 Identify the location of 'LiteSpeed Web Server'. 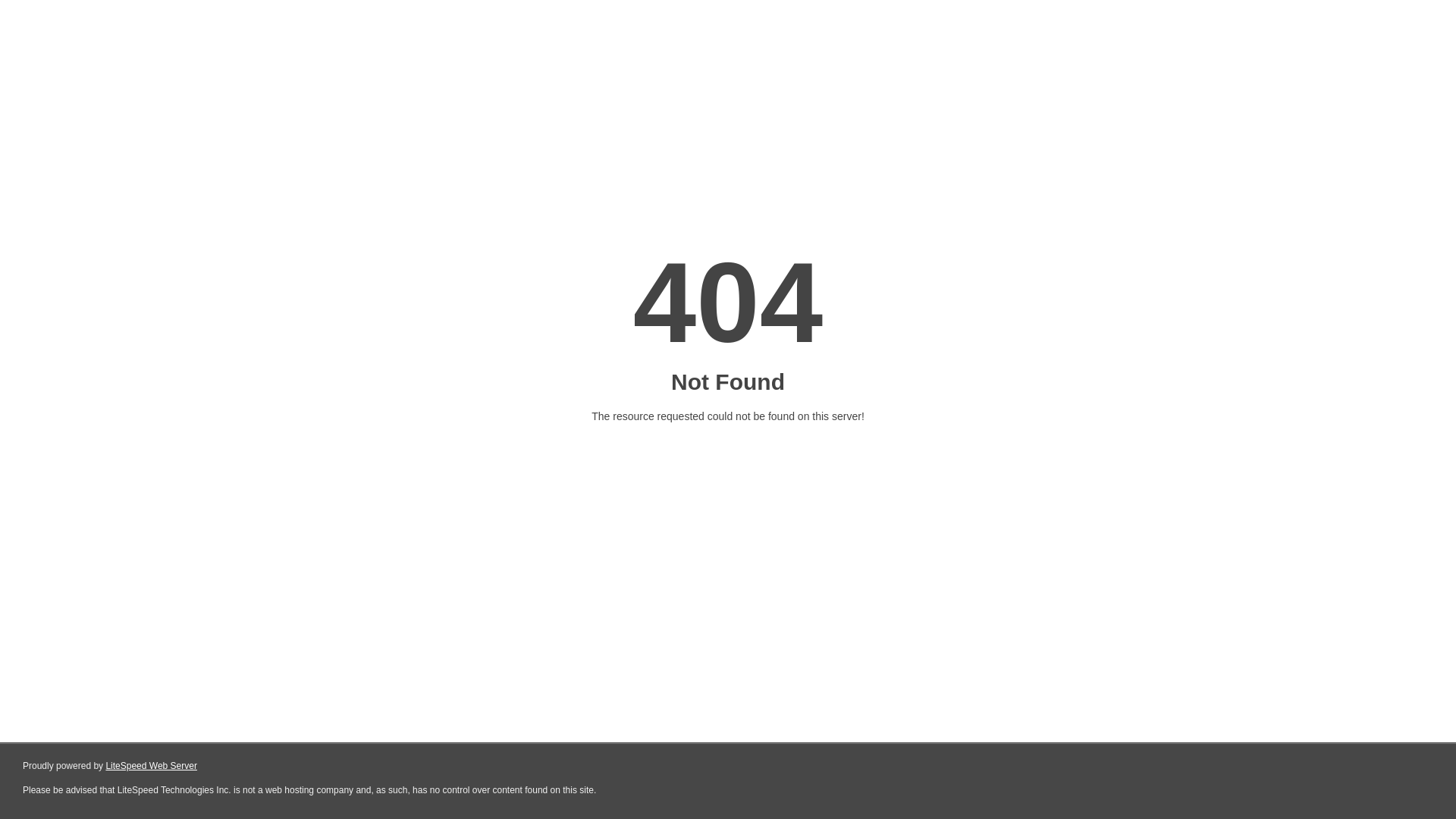
(151, 766).